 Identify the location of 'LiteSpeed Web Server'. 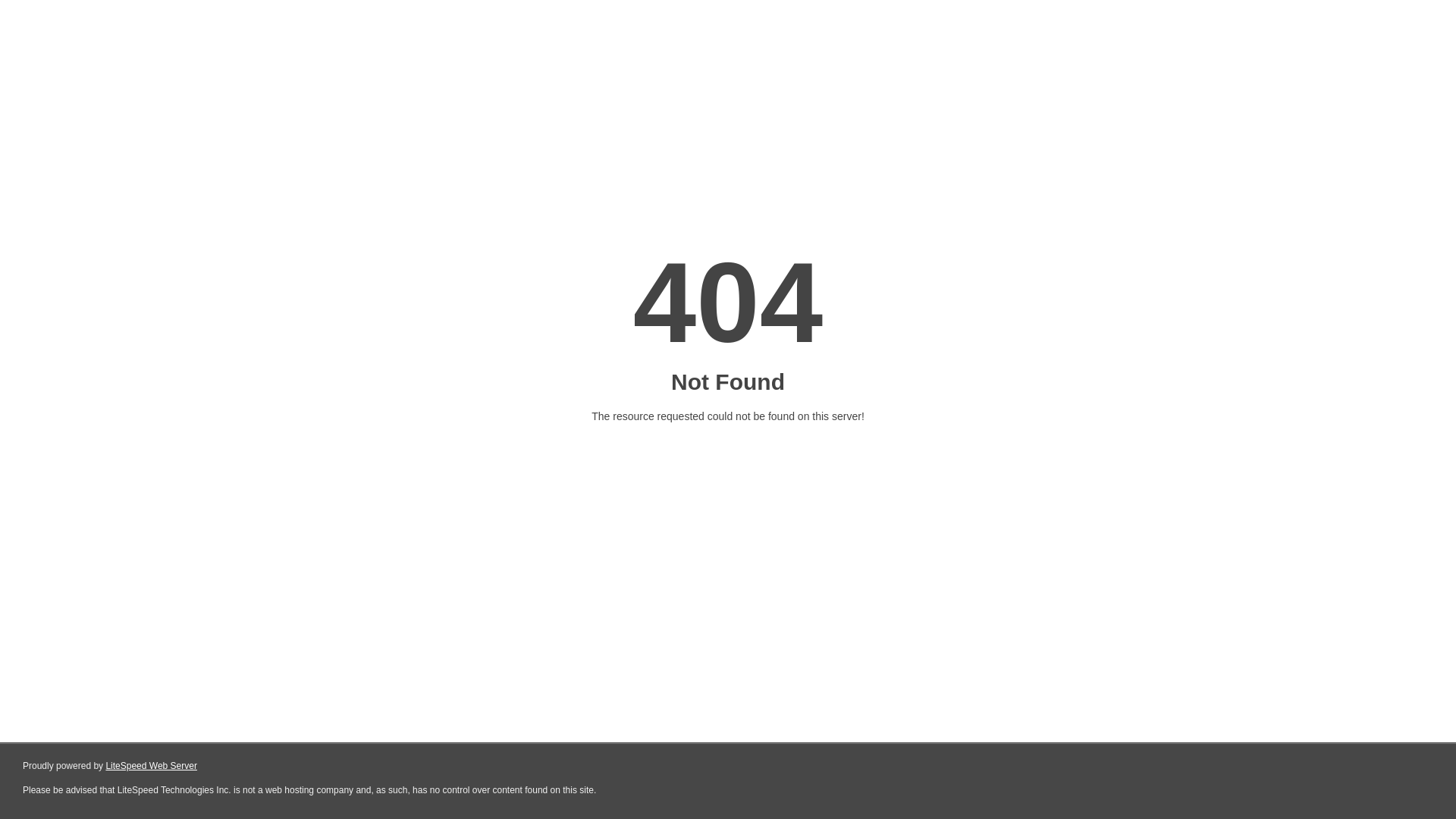
(151, 766).